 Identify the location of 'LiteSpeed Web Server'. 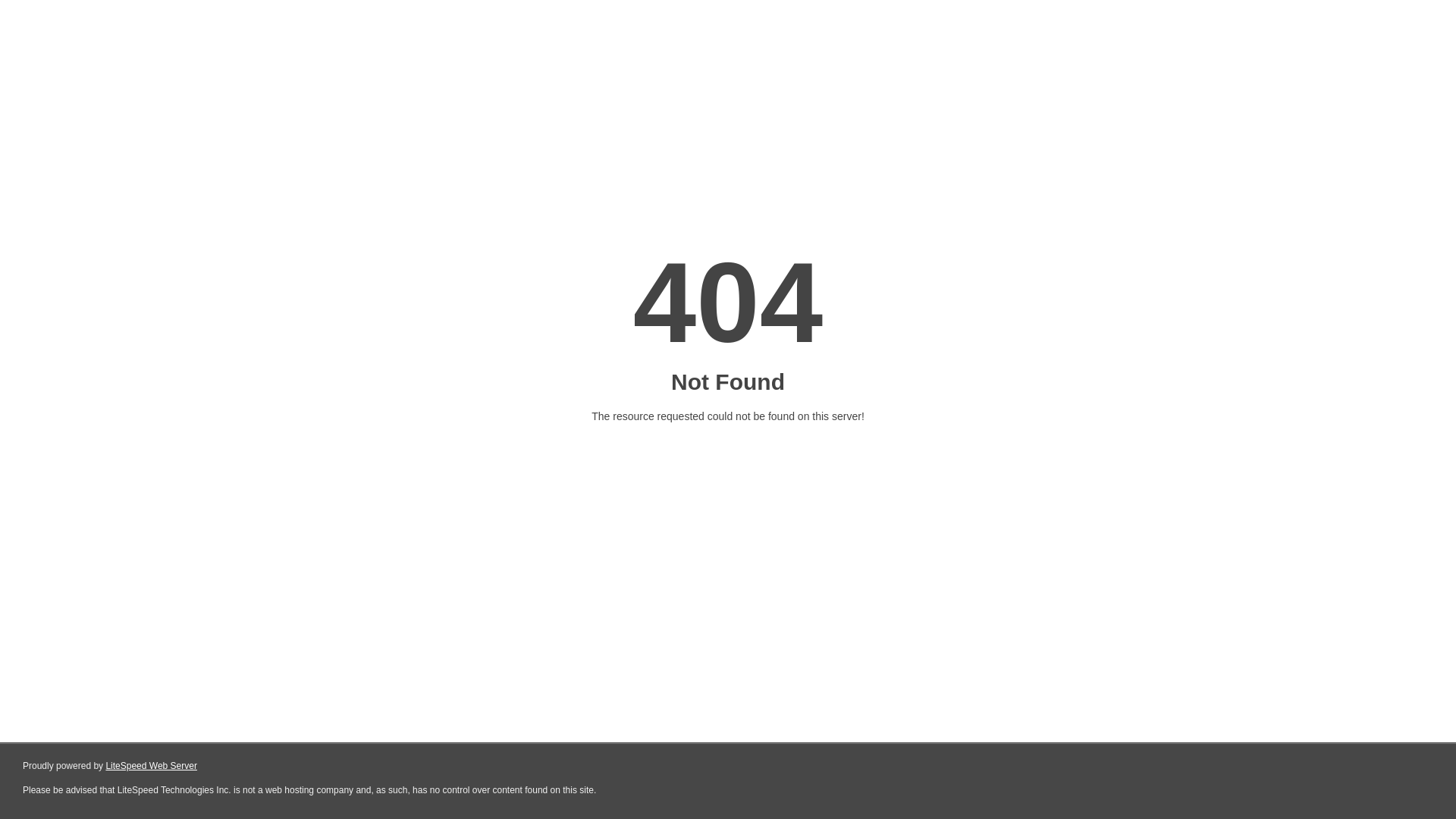
(151, 766).